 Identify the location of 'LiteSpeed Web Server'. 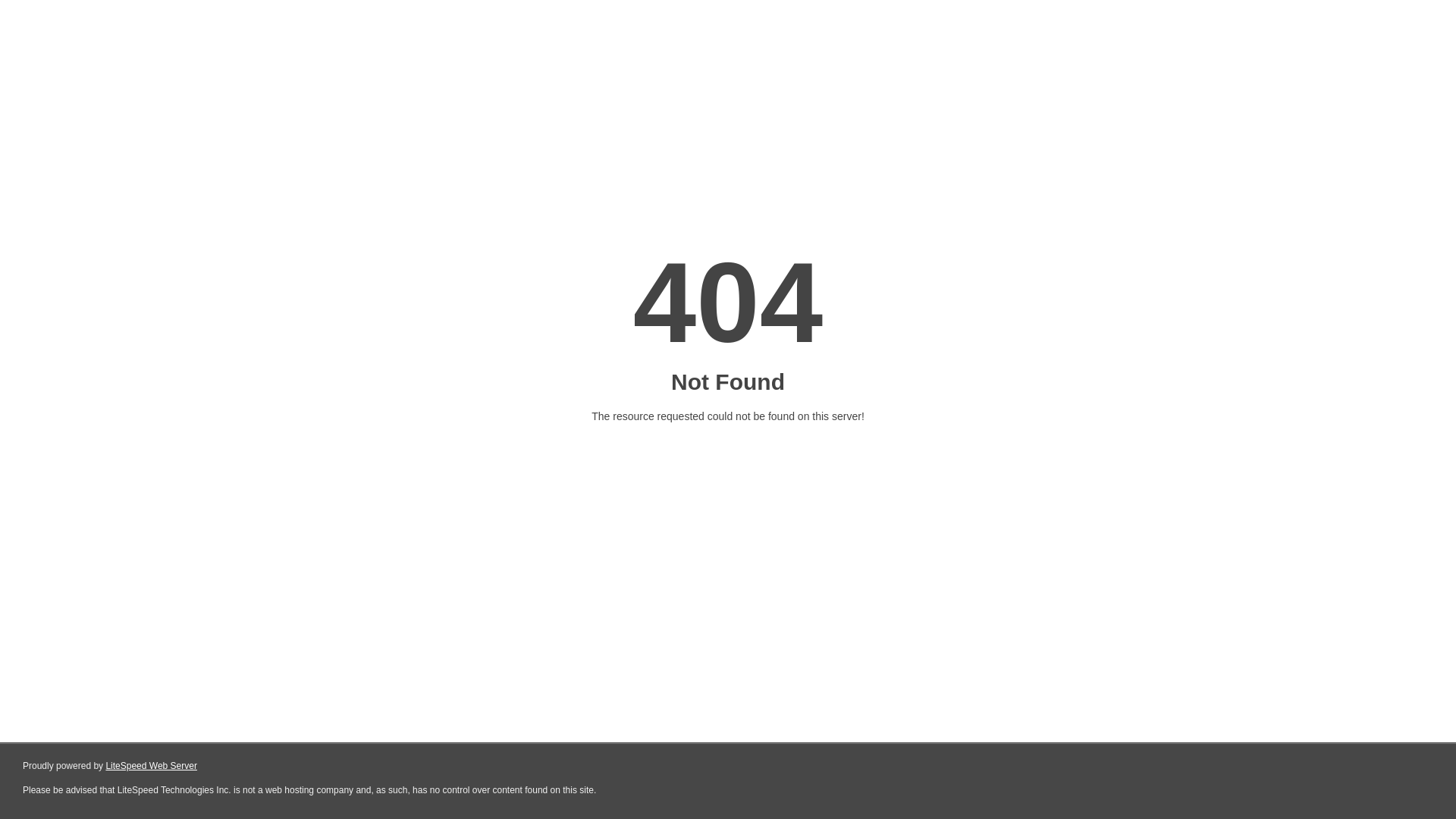
(151, 766).